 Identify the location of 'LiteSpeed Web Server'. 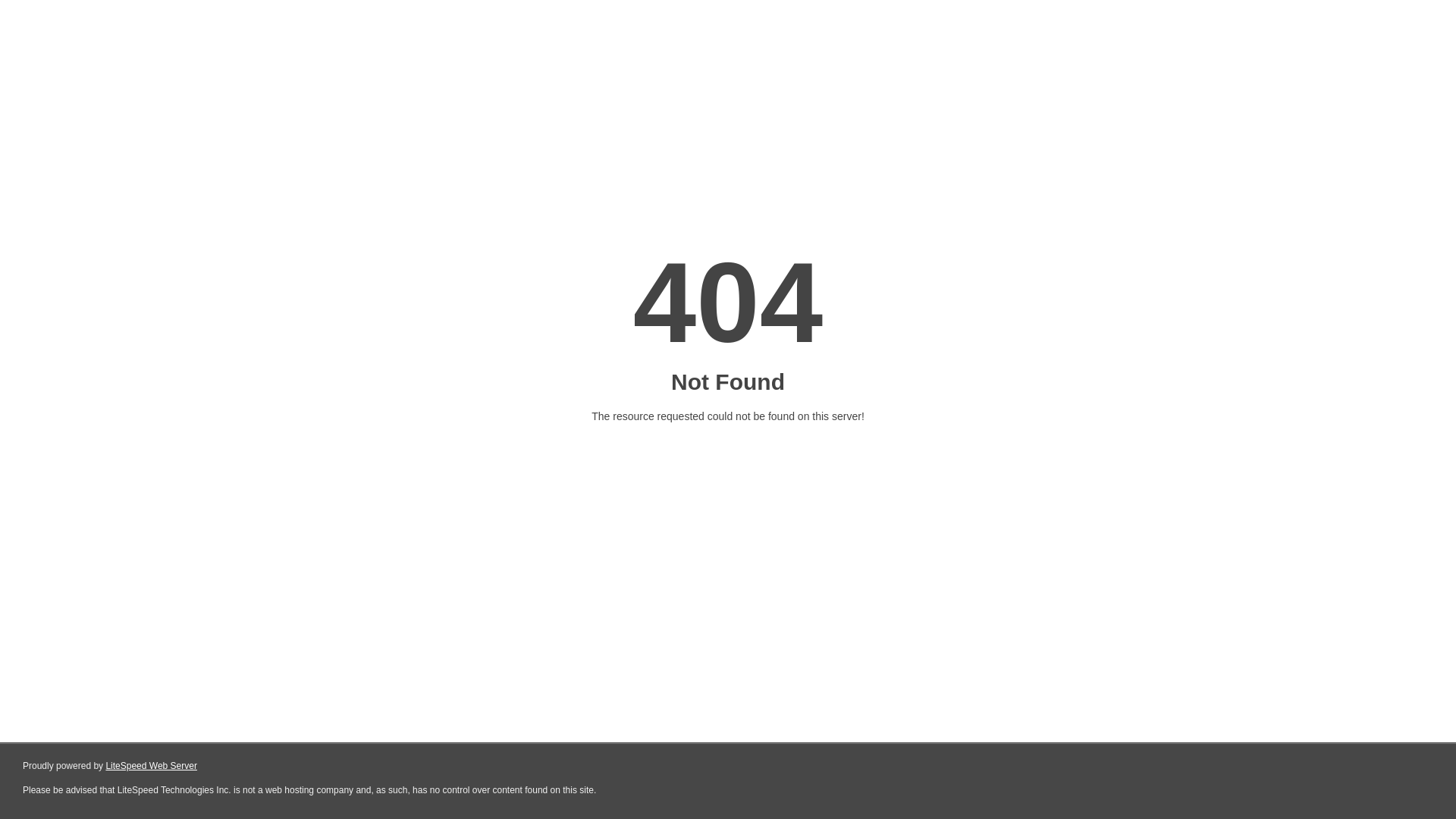
(151, 766).